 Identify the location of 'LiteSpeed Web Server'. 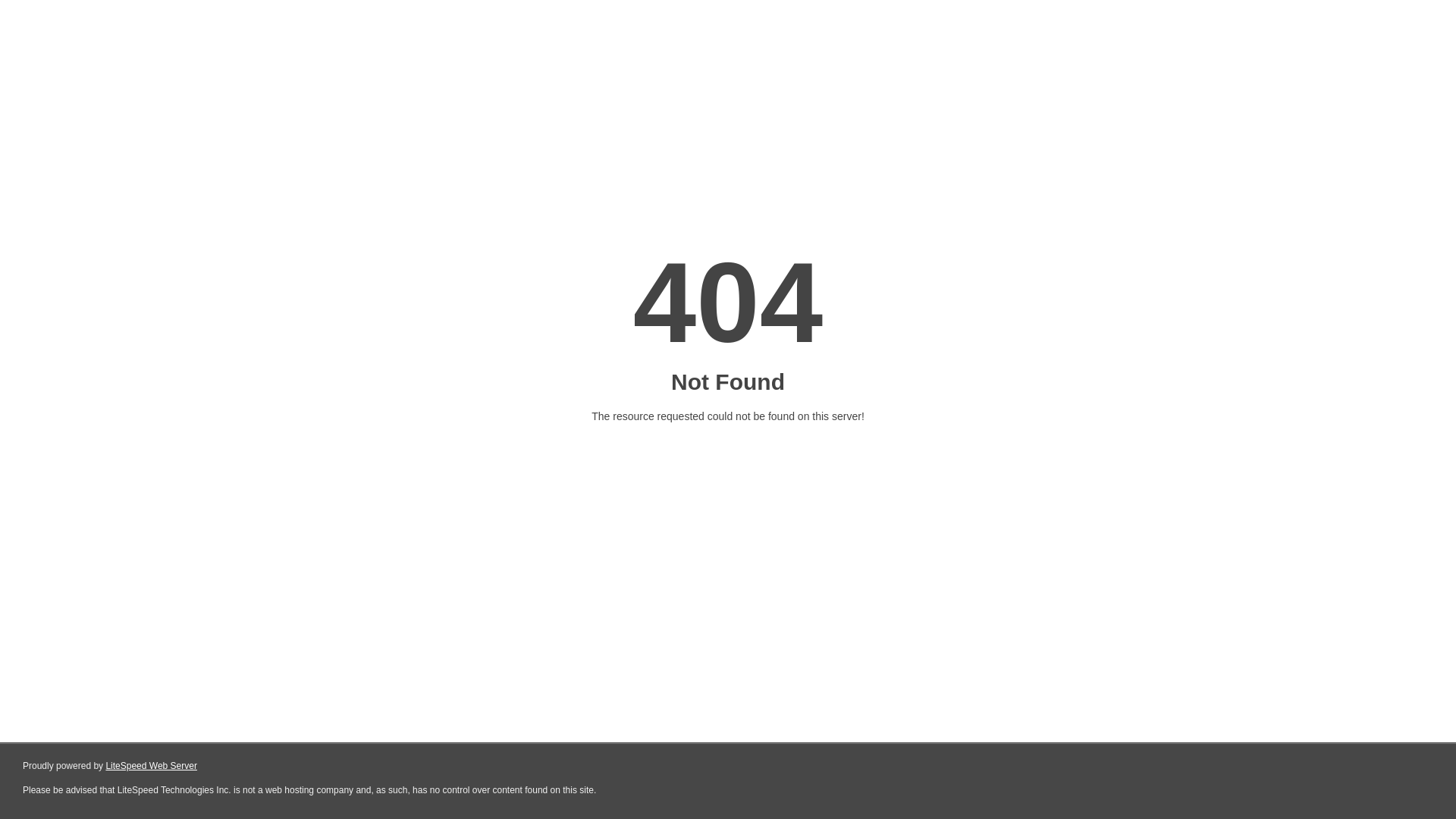
(151, 766).